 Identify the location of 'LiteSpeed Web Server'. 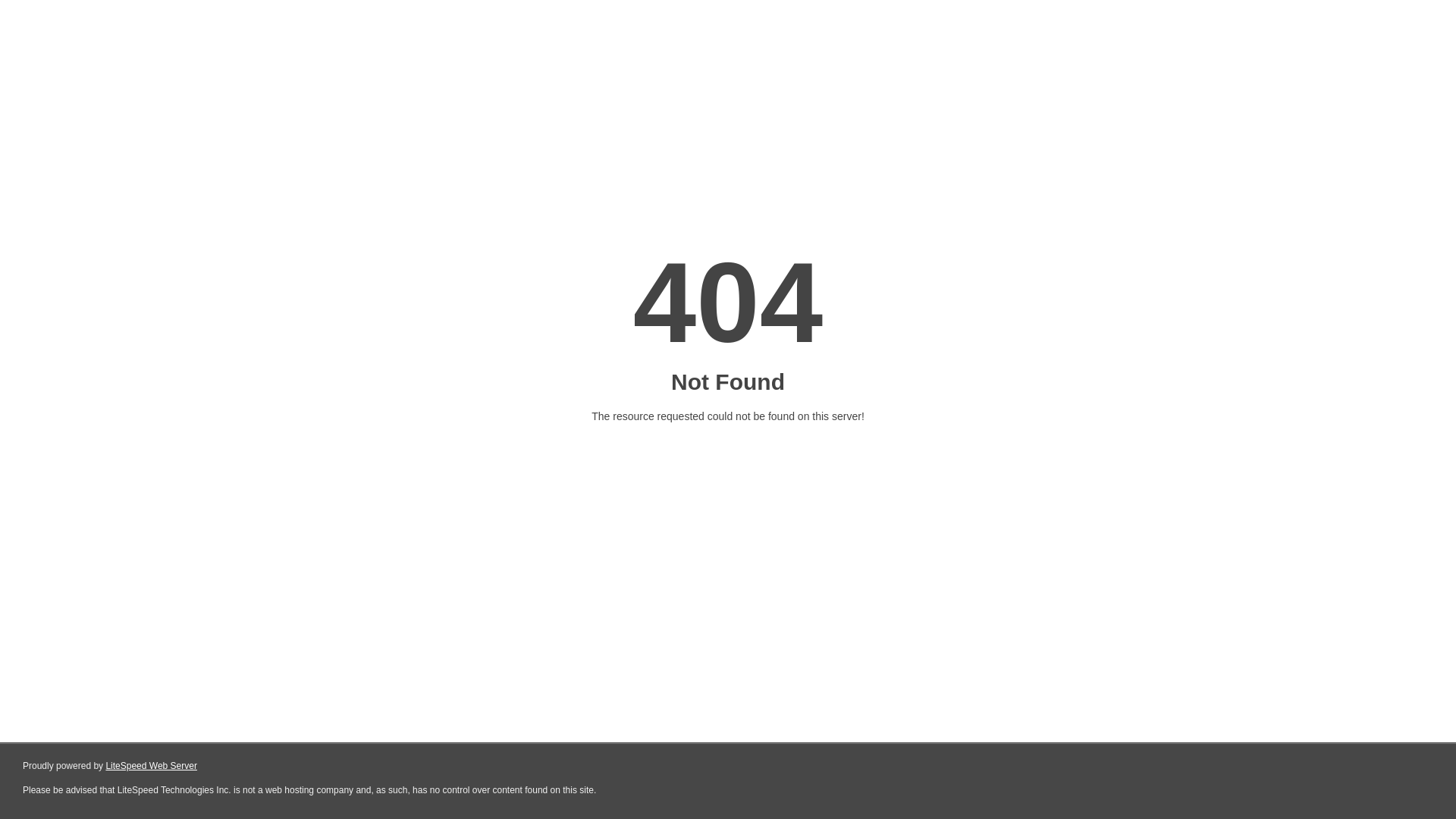
(151, 766).